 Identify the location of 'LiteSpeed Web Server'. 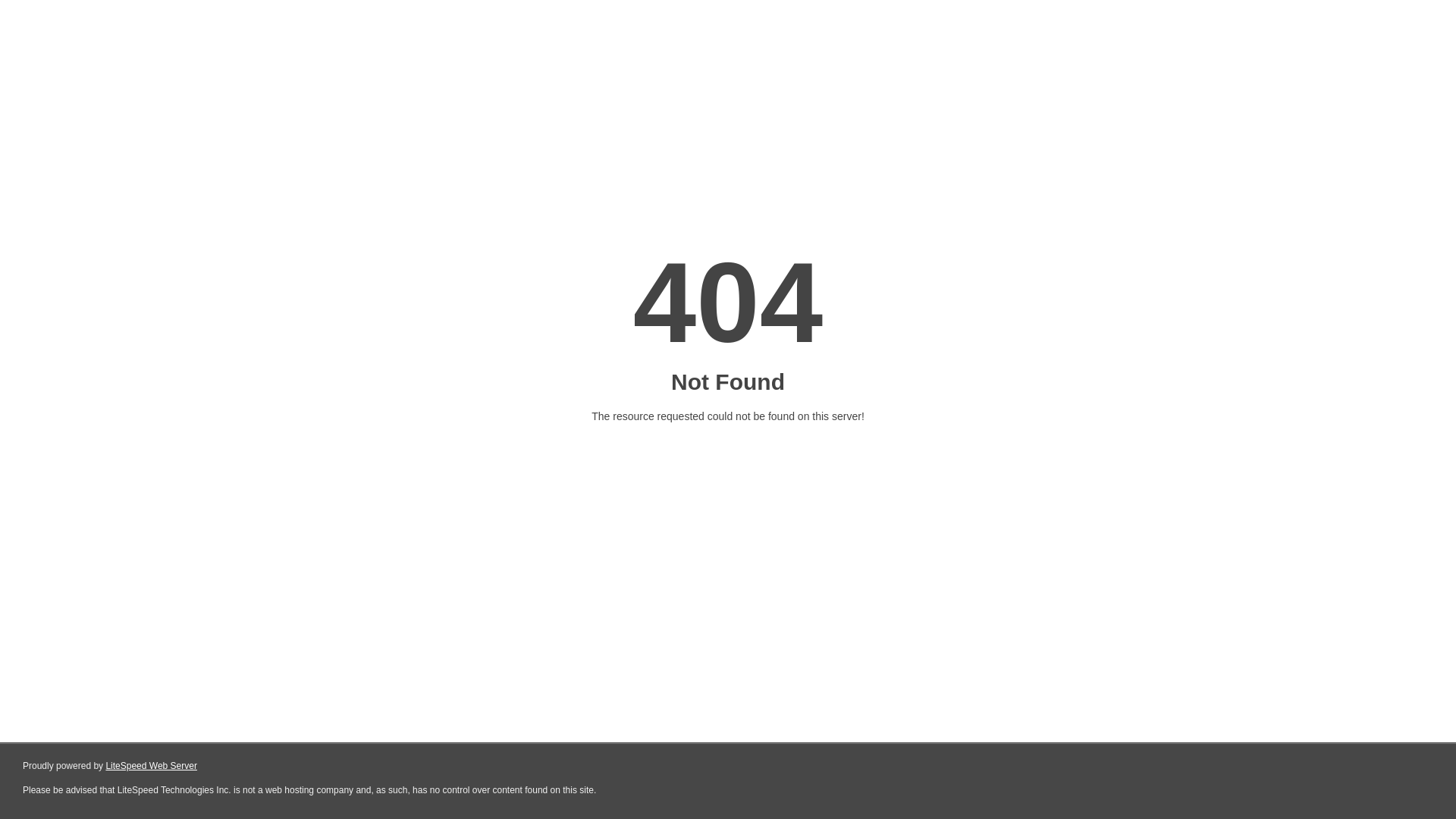
(151, 766).